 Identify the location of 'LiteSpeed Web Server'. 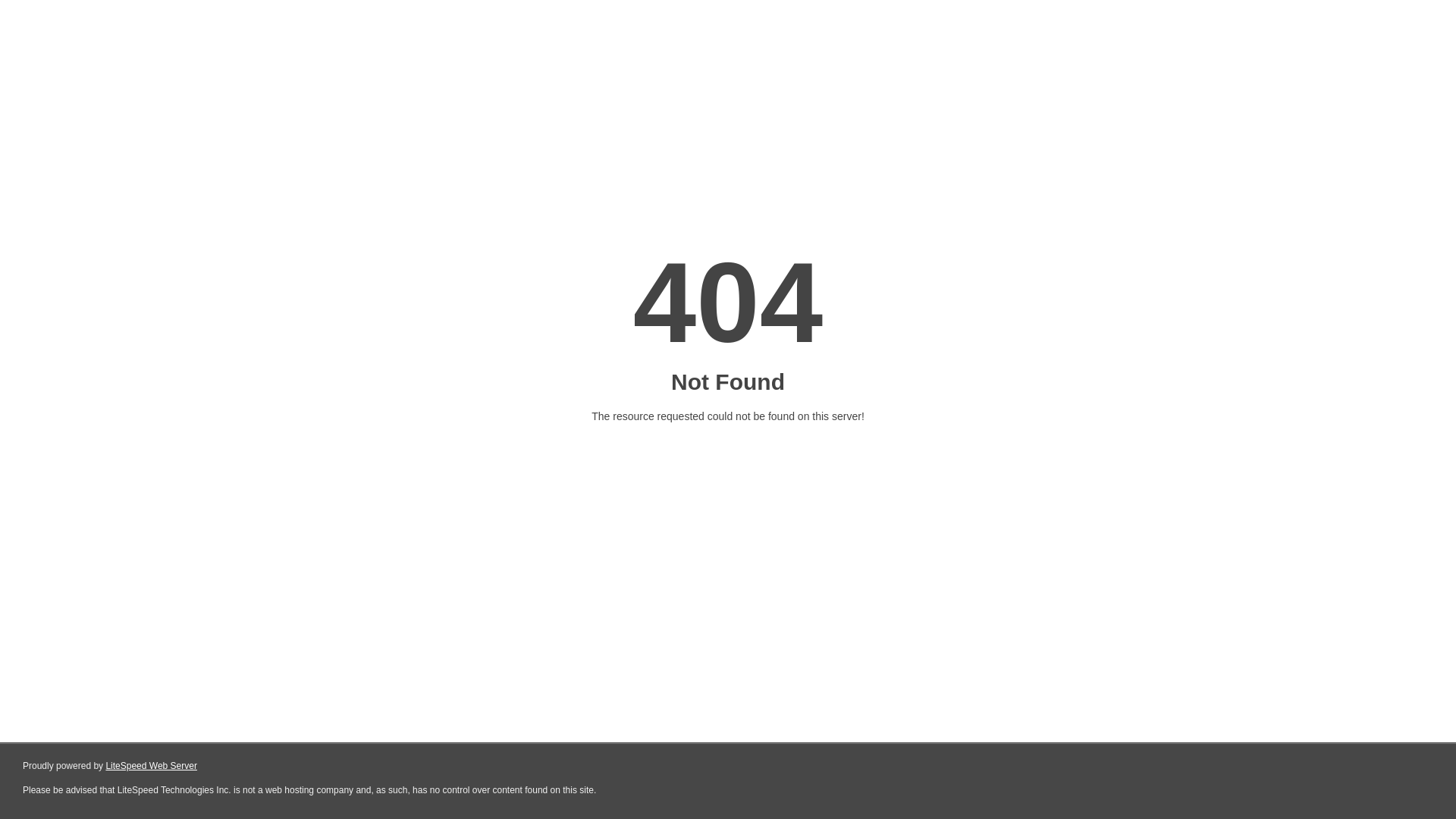
(151, 766).